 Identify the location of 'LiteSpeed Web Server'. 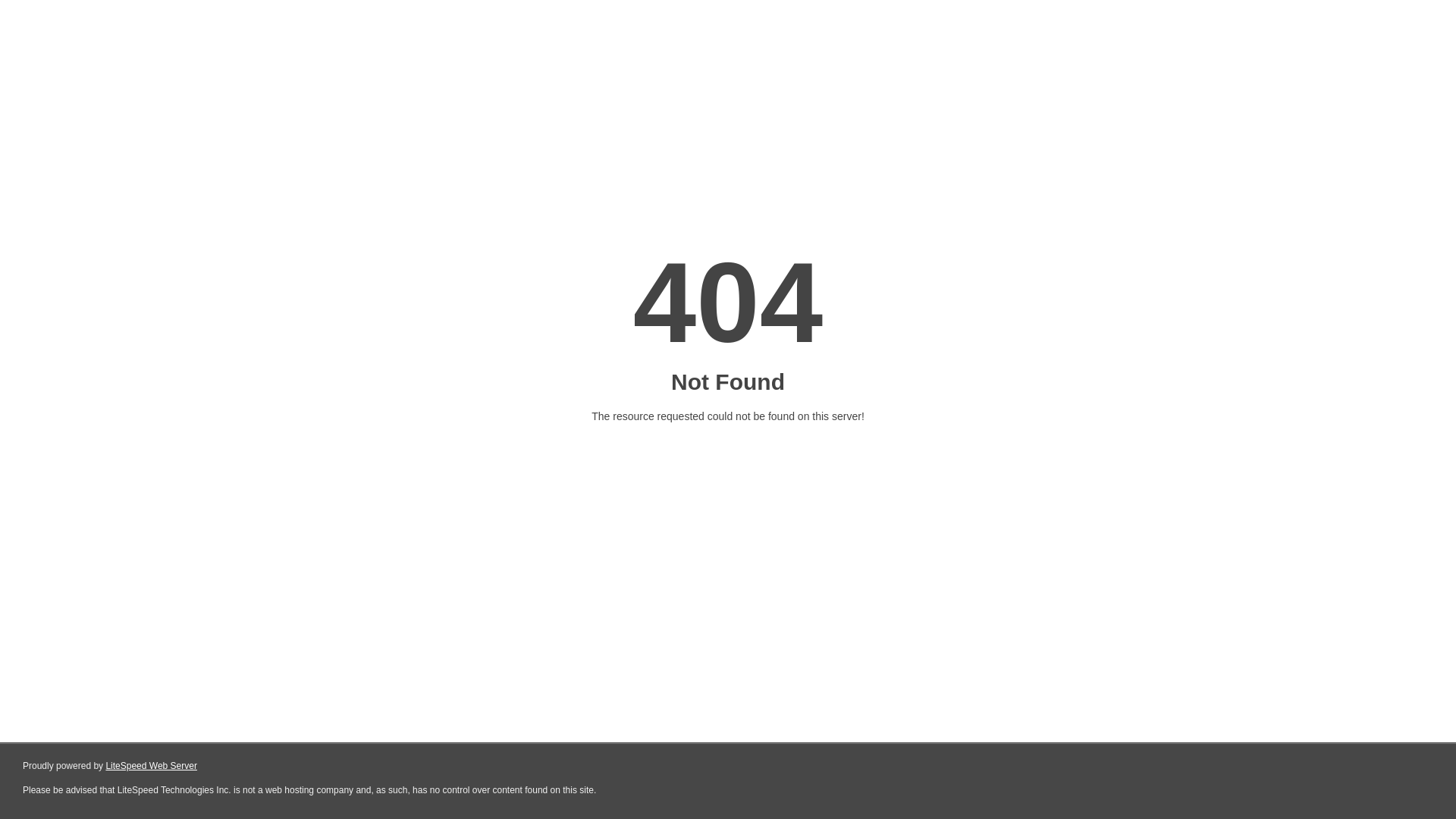
(151, 766).